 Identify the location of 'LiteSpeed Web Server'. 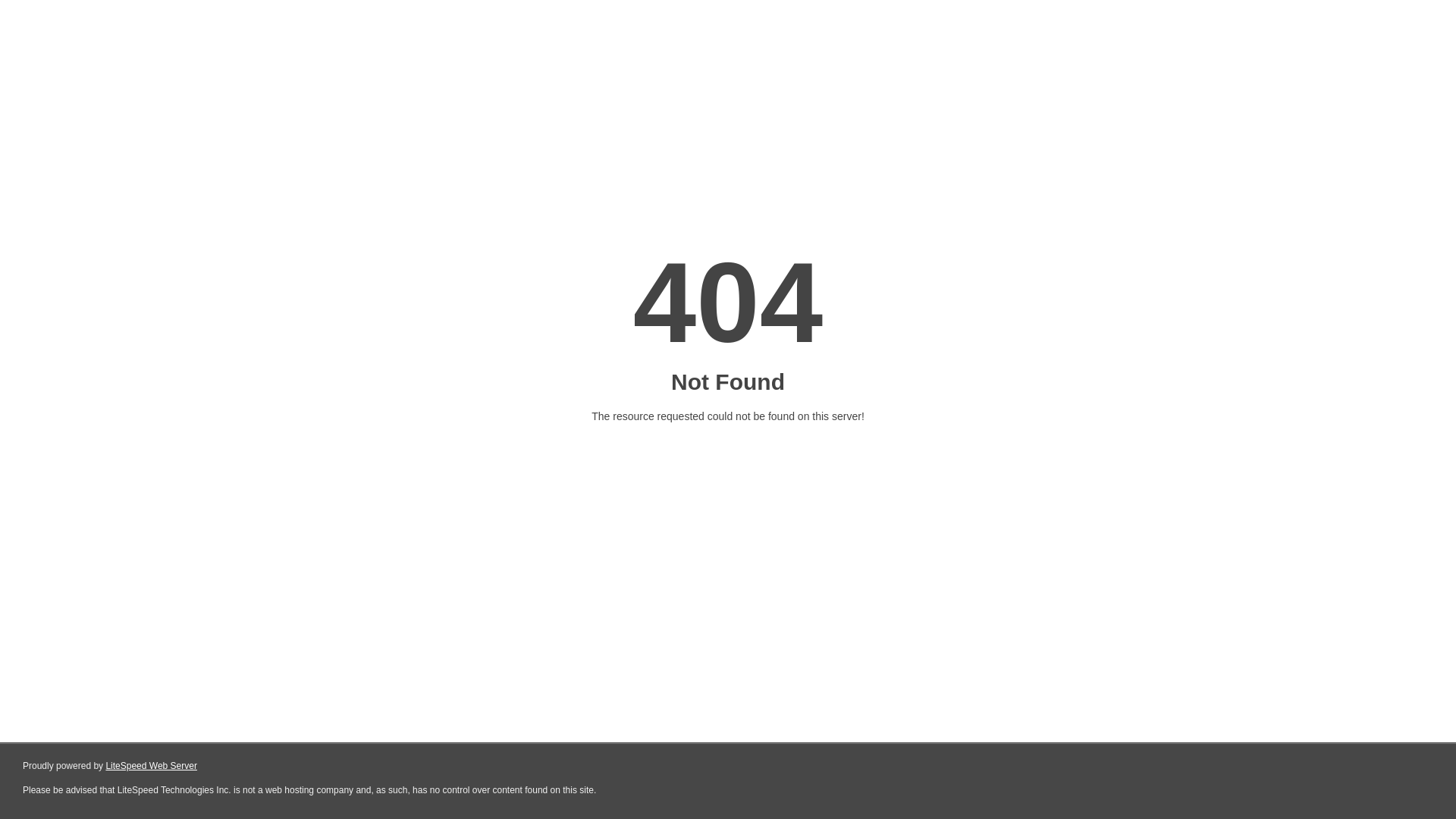
(151, 766).